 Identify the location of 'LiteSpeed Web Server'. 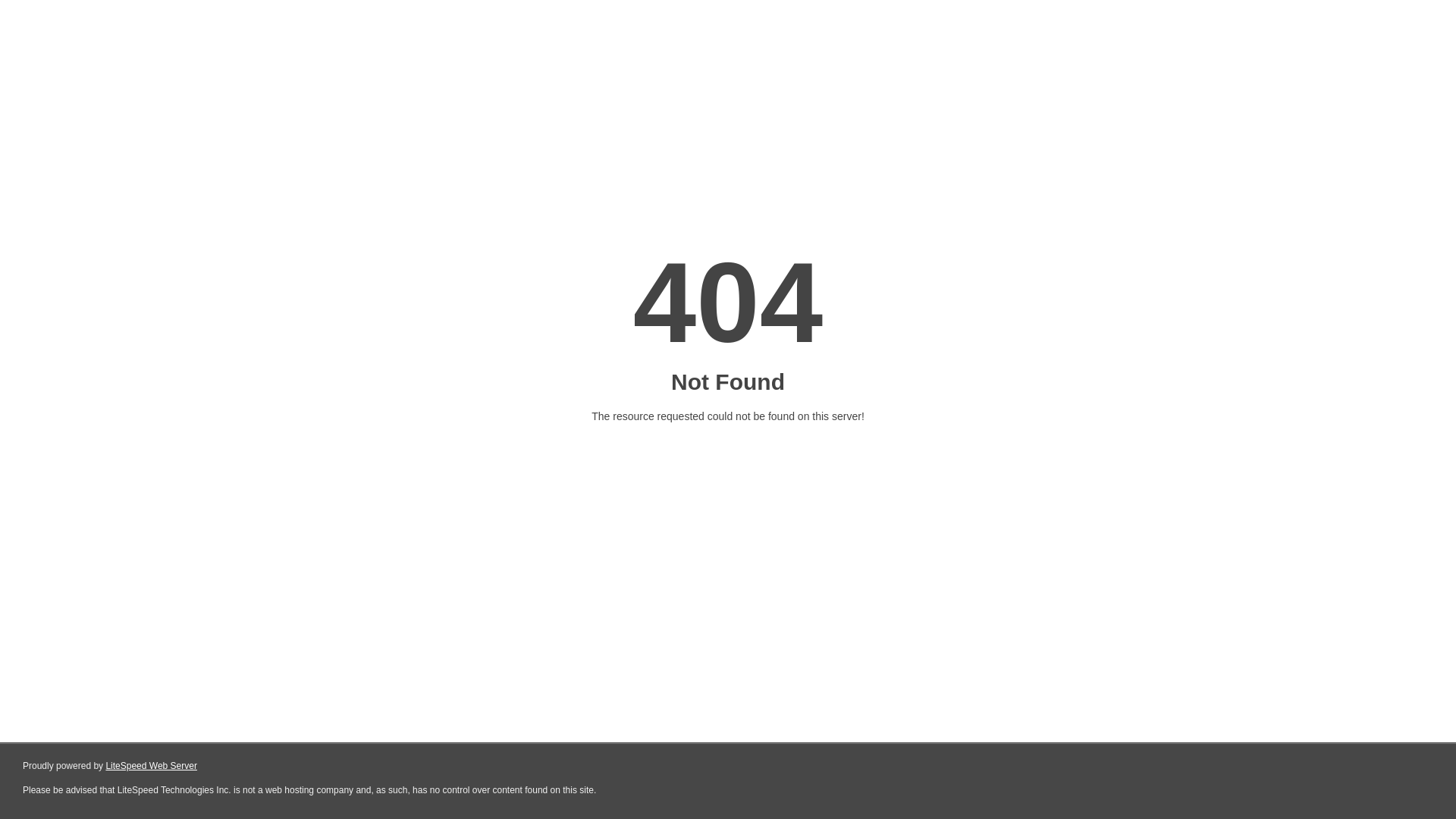
(151, 766).